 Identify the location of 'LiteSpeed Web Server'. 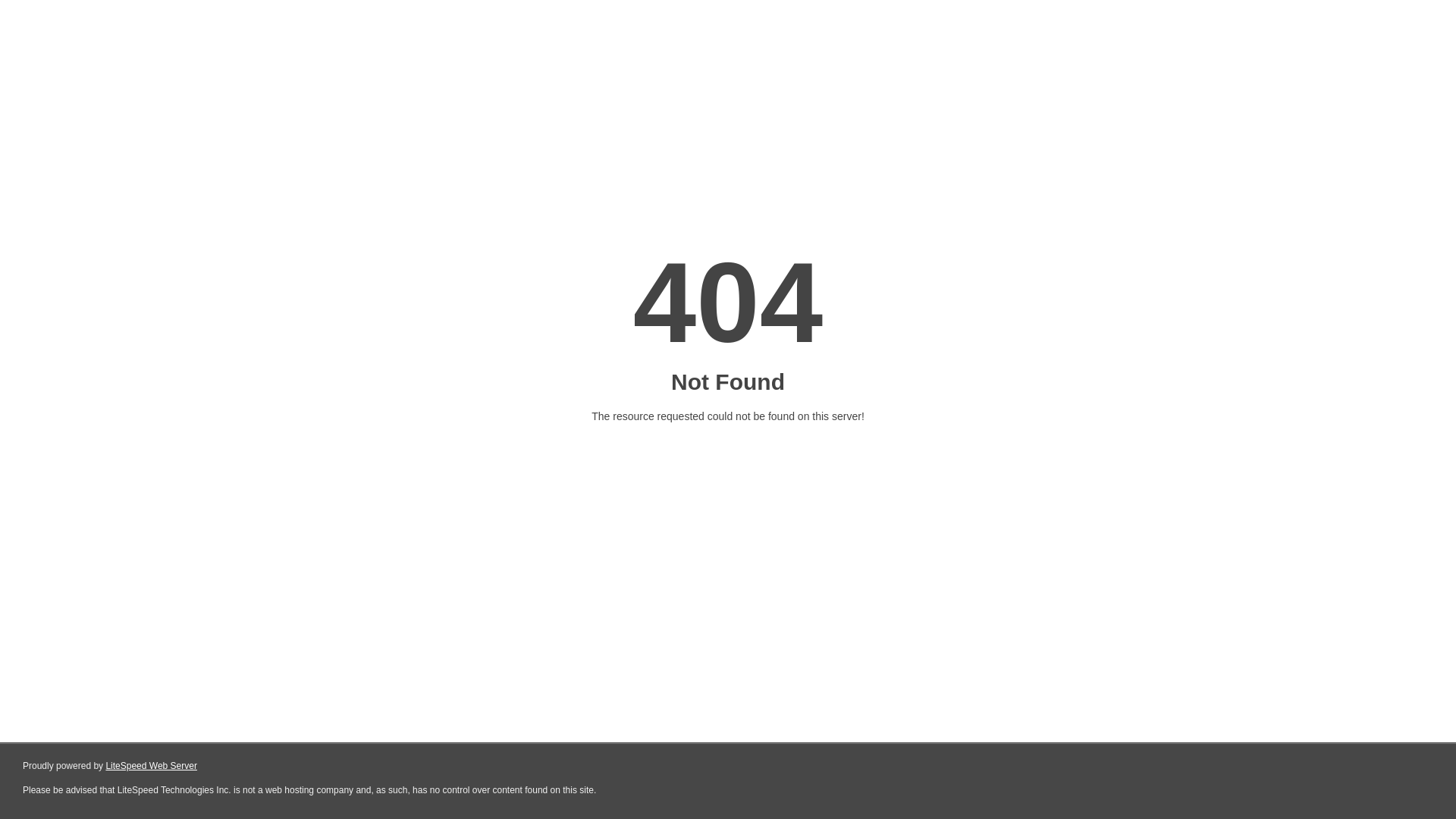
(151, 766).